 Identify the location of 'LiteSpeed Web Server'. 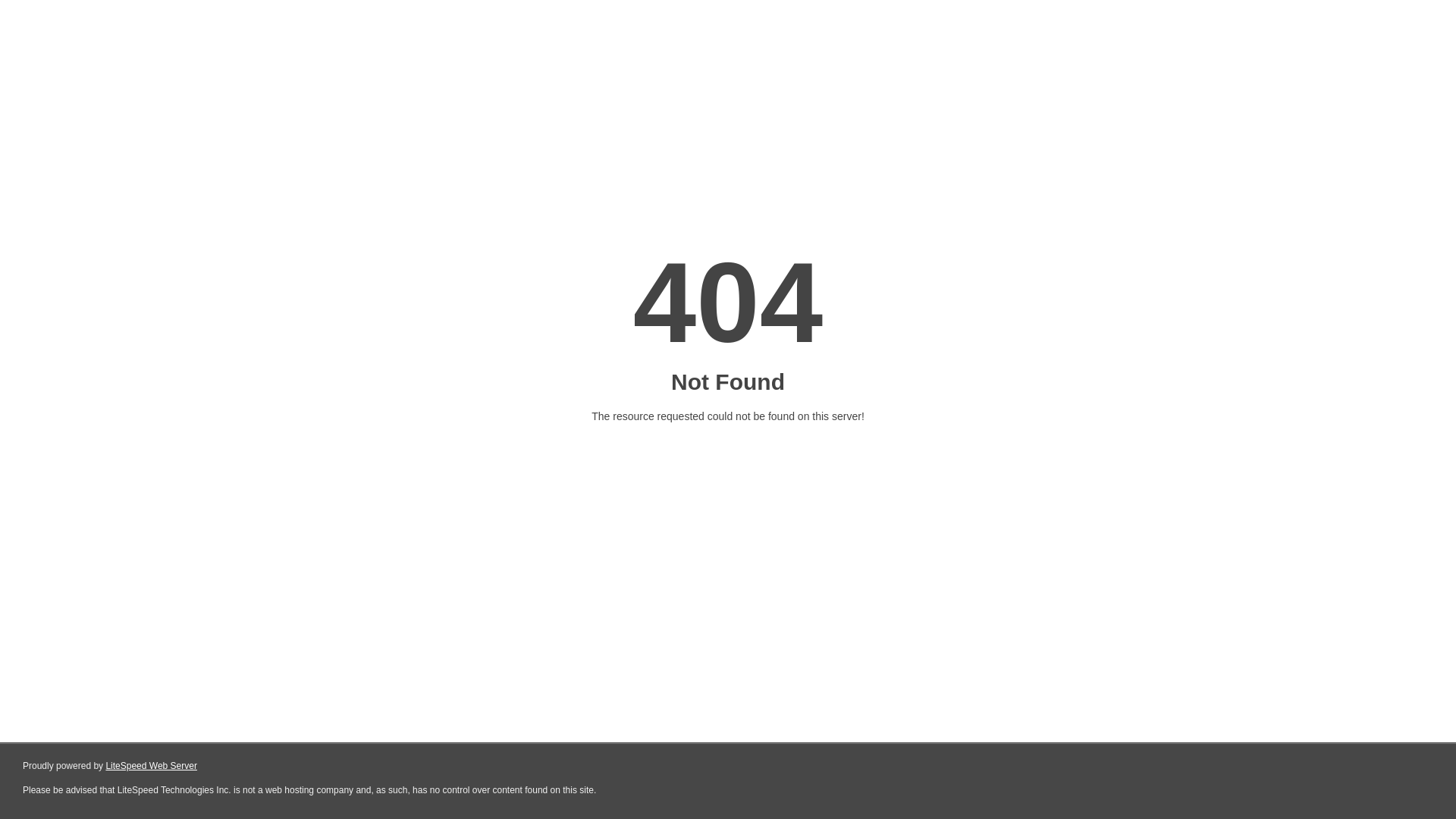
(151, 766).